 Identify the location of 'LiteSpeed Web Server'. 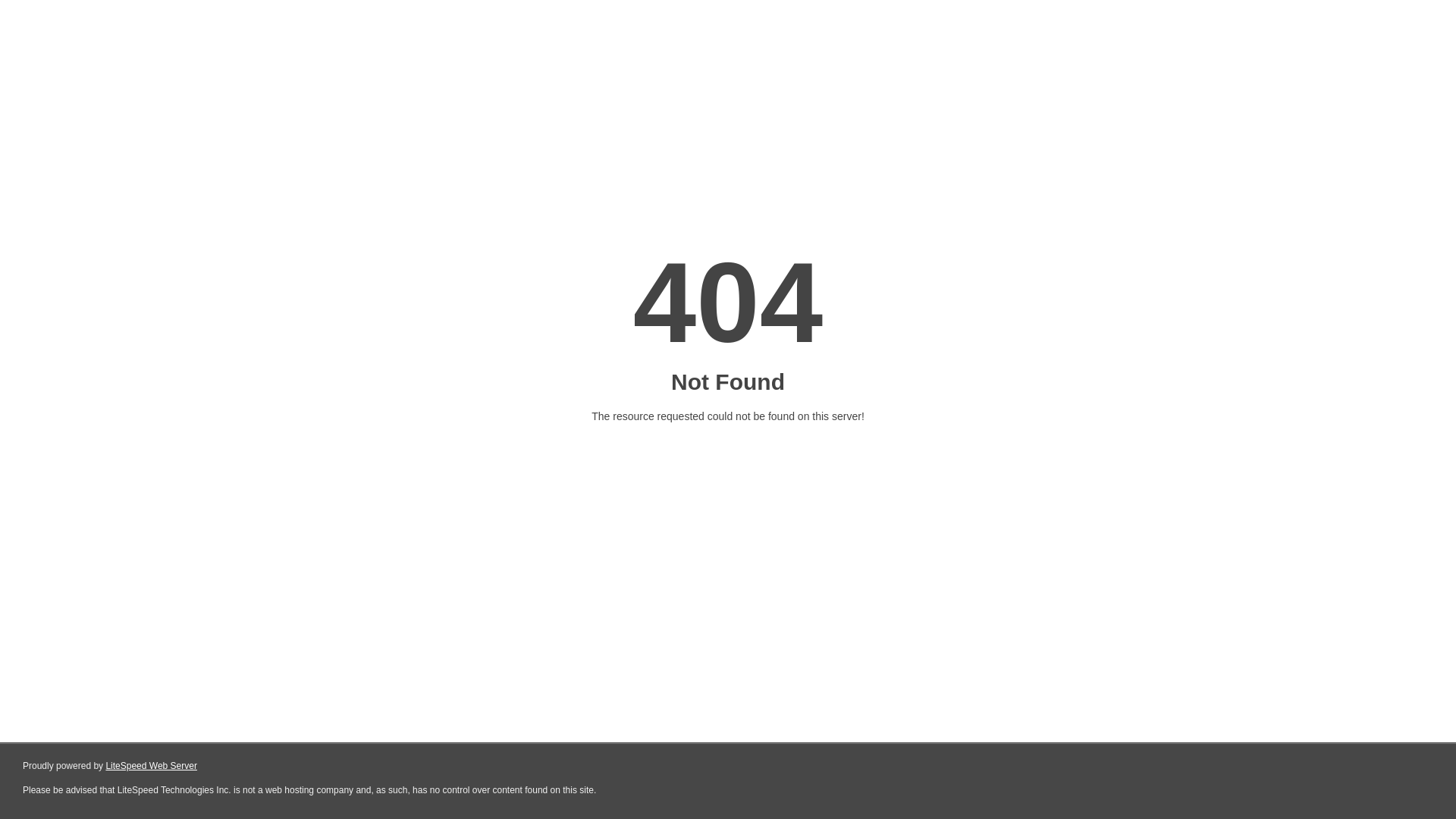
(151, 766).